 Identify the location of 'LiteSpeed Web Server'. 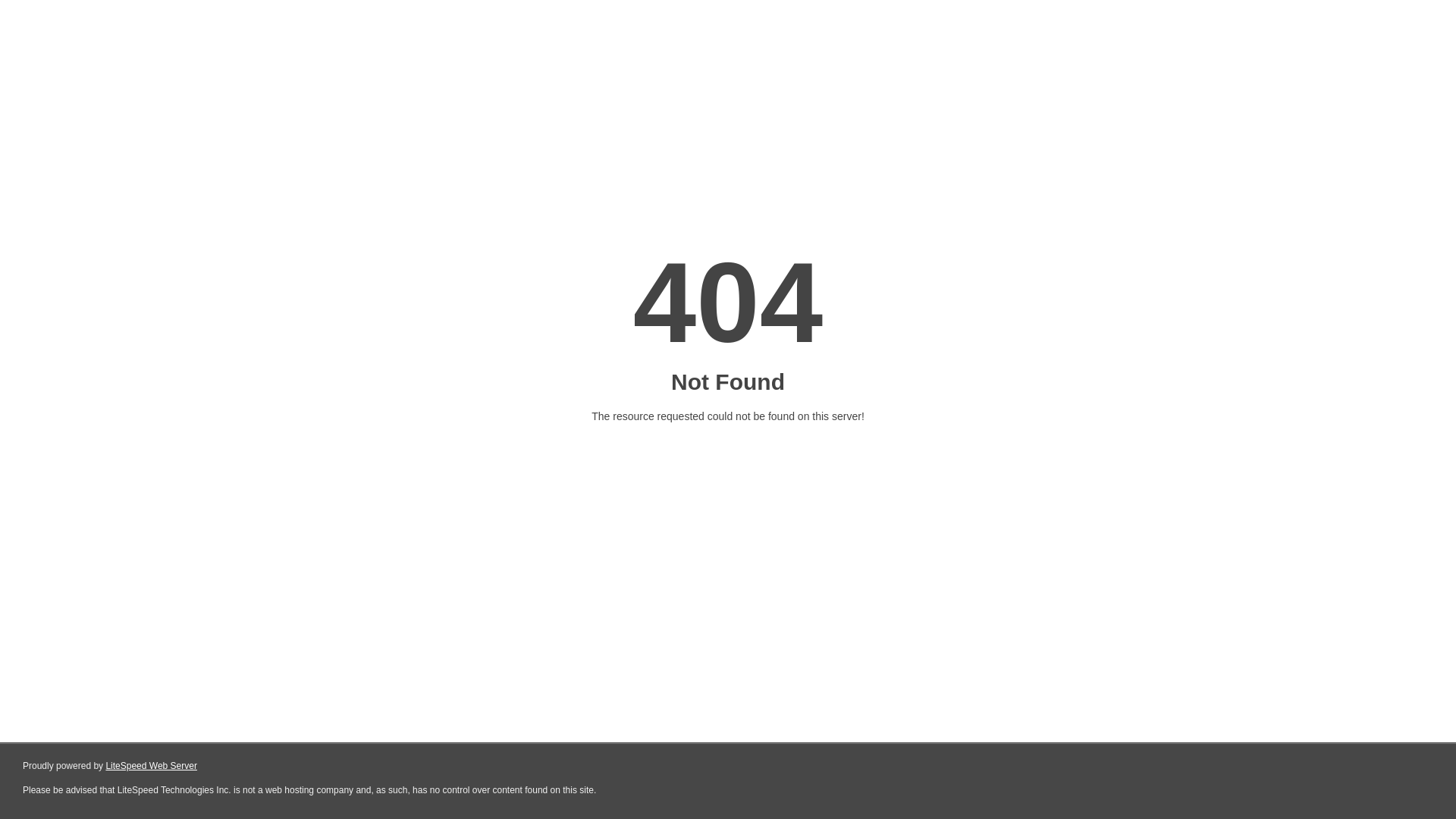
(151, 766).